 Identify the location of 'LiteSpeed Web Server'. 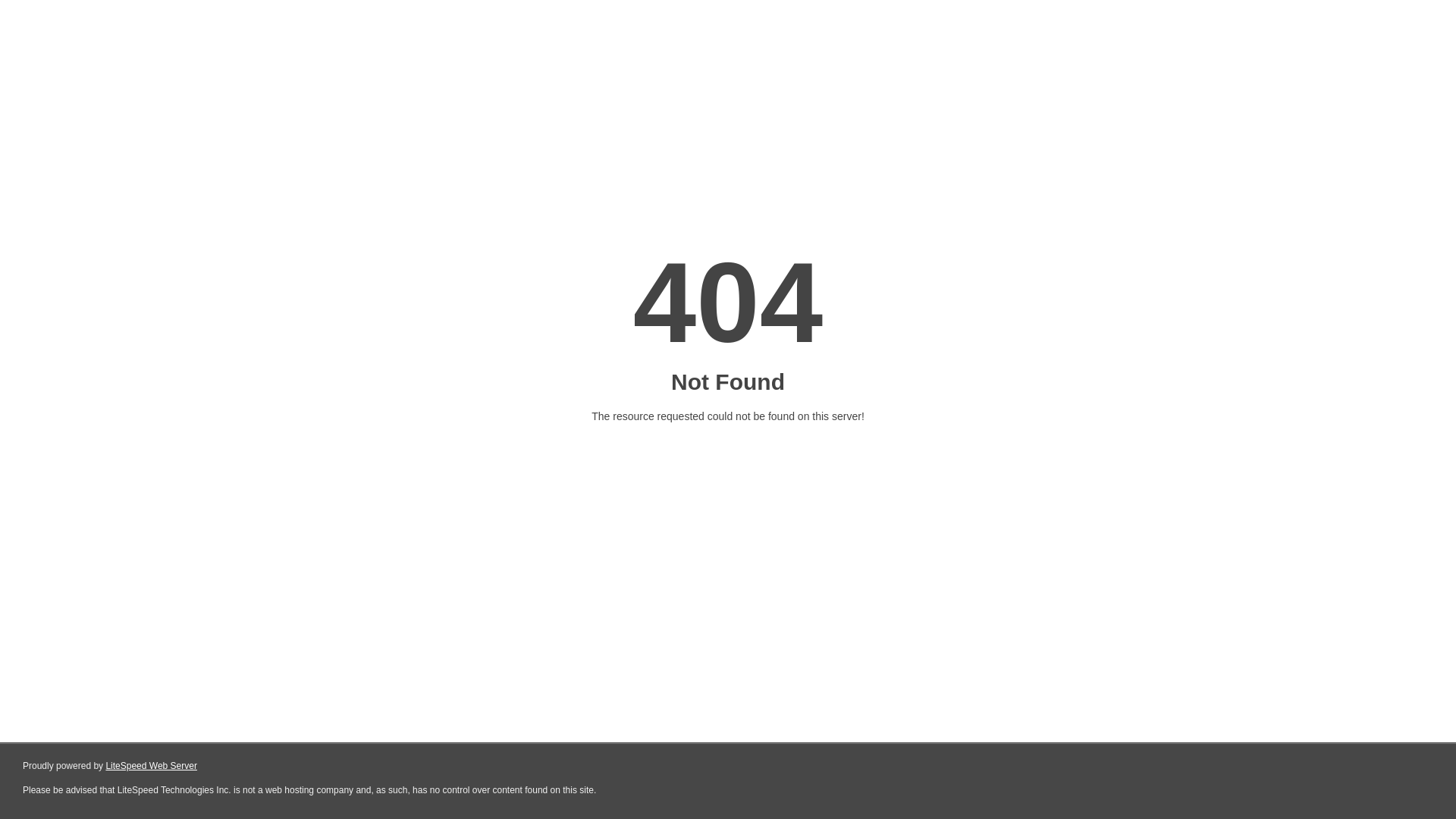
(151, 766).